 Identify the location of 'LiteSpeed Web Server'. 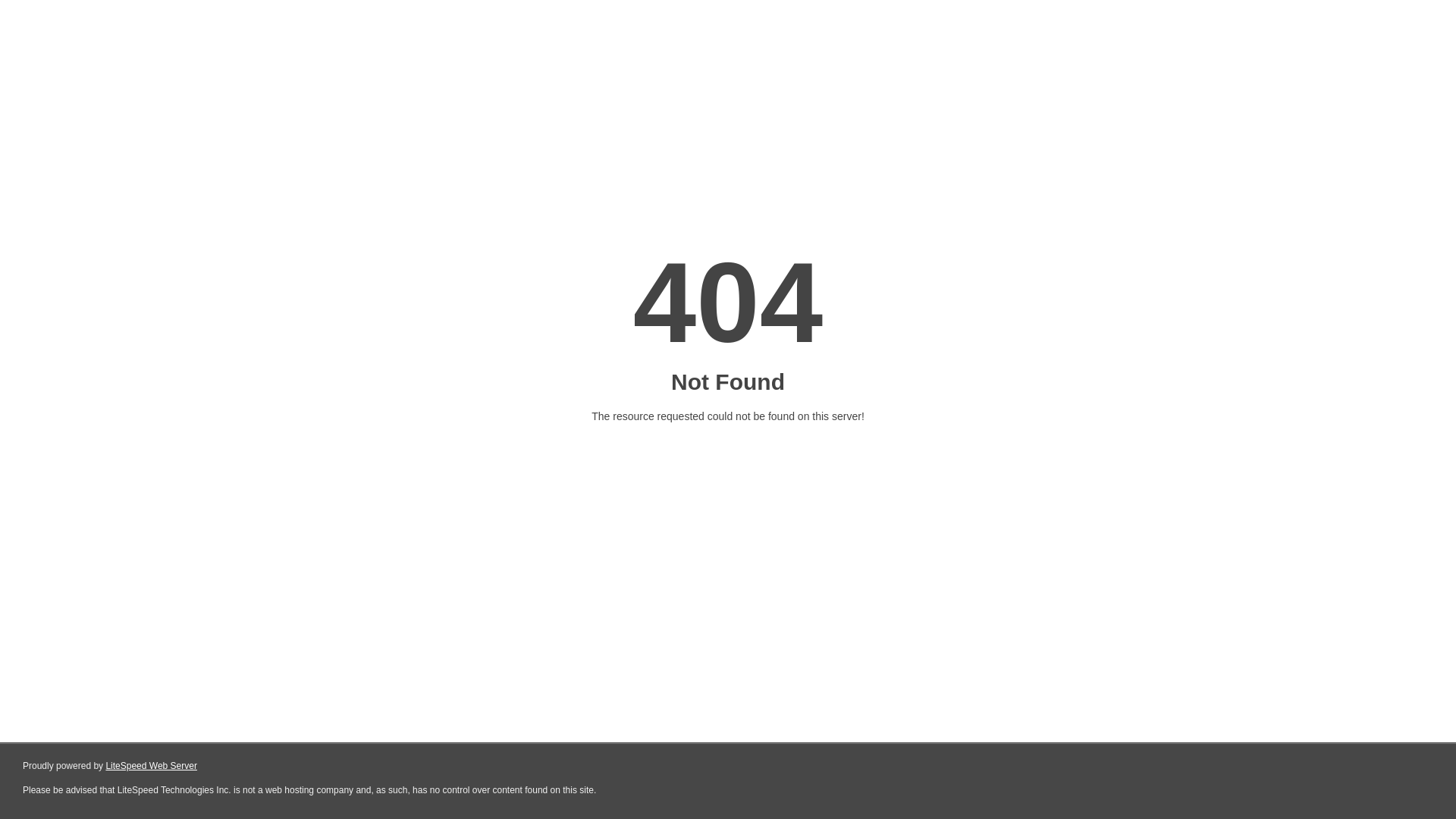
(151, 766).